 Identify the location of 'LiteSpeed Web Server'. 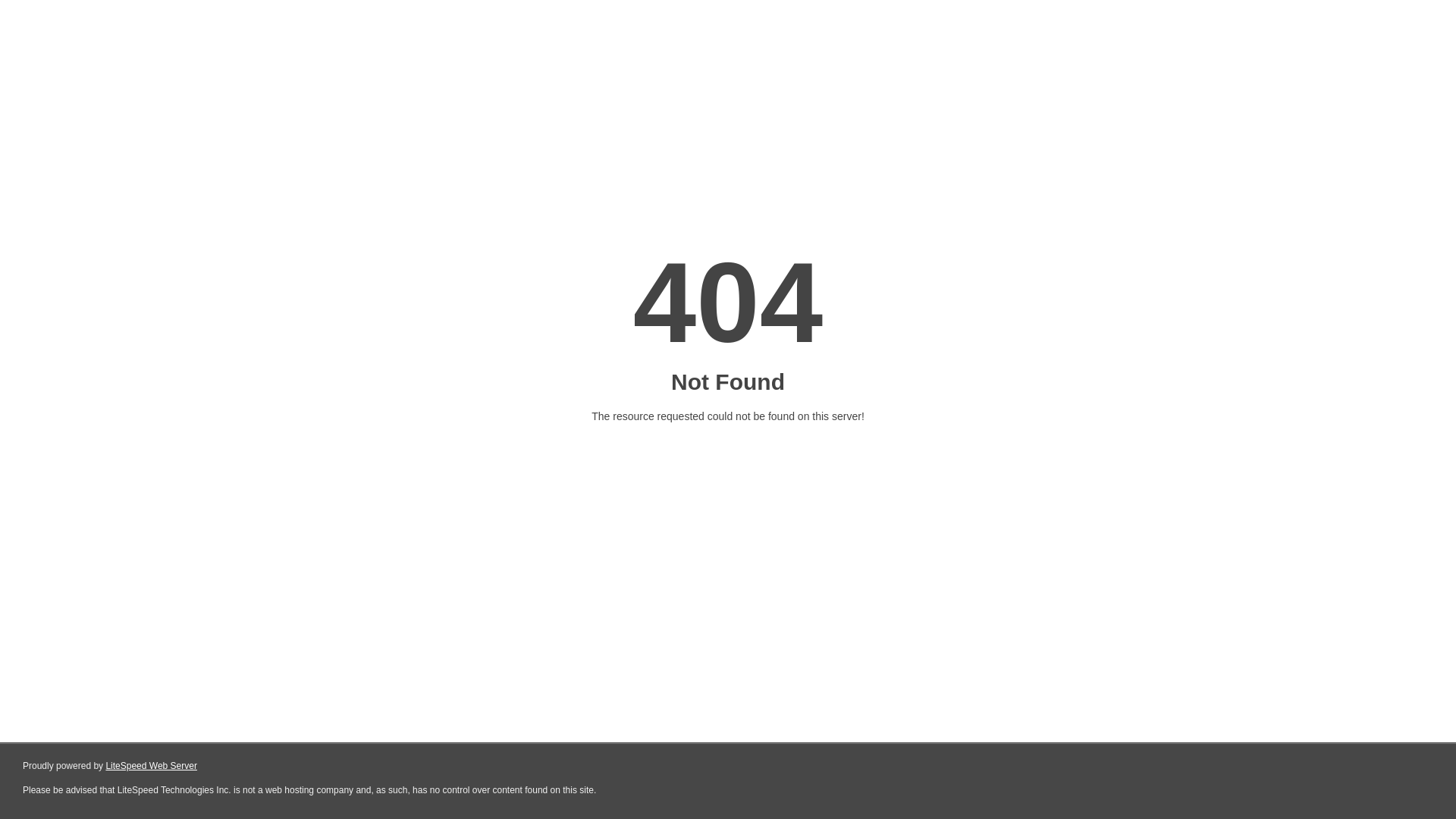
(151, 766).